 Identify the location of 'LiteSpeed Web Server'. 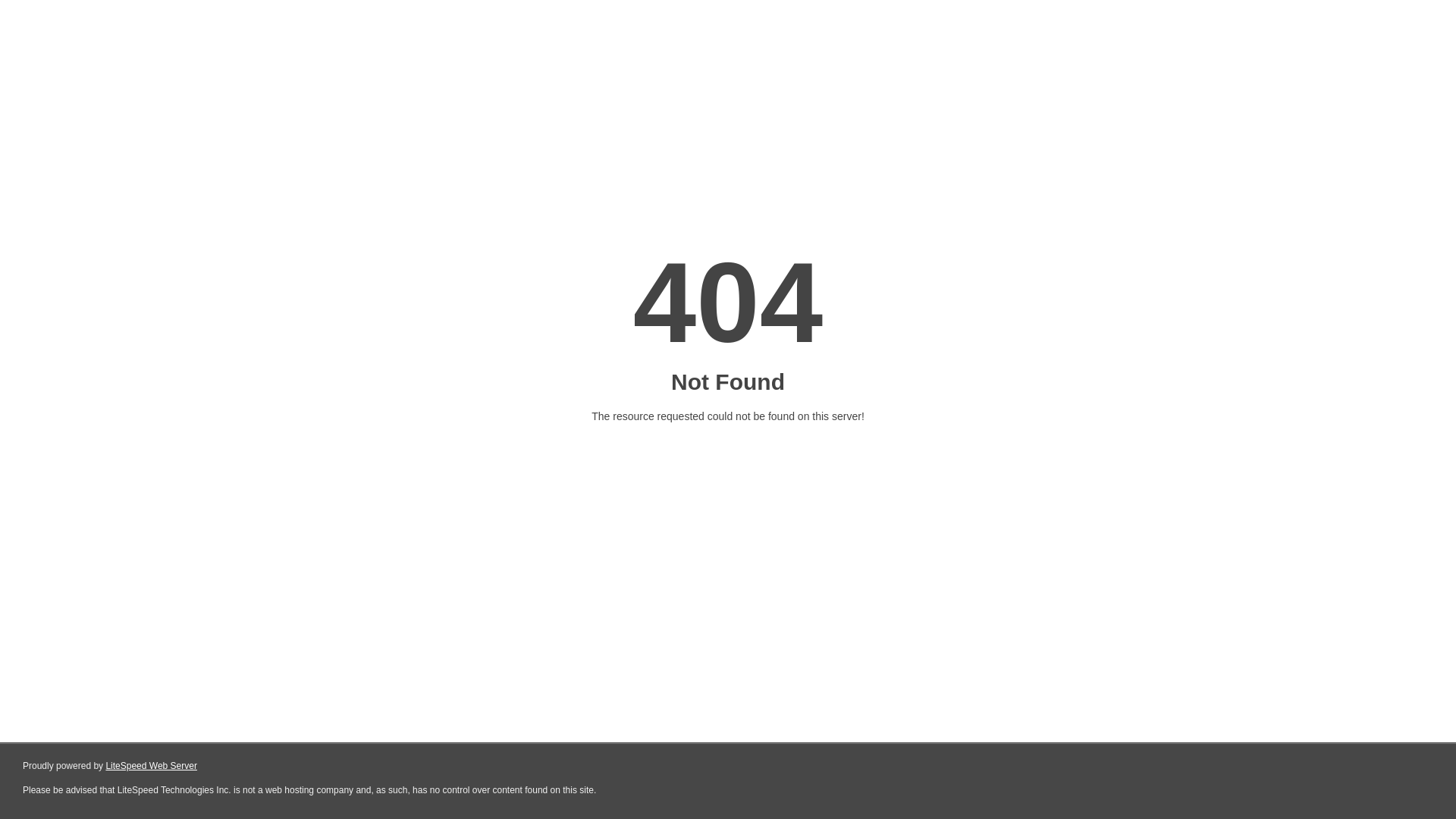
(151, 766).